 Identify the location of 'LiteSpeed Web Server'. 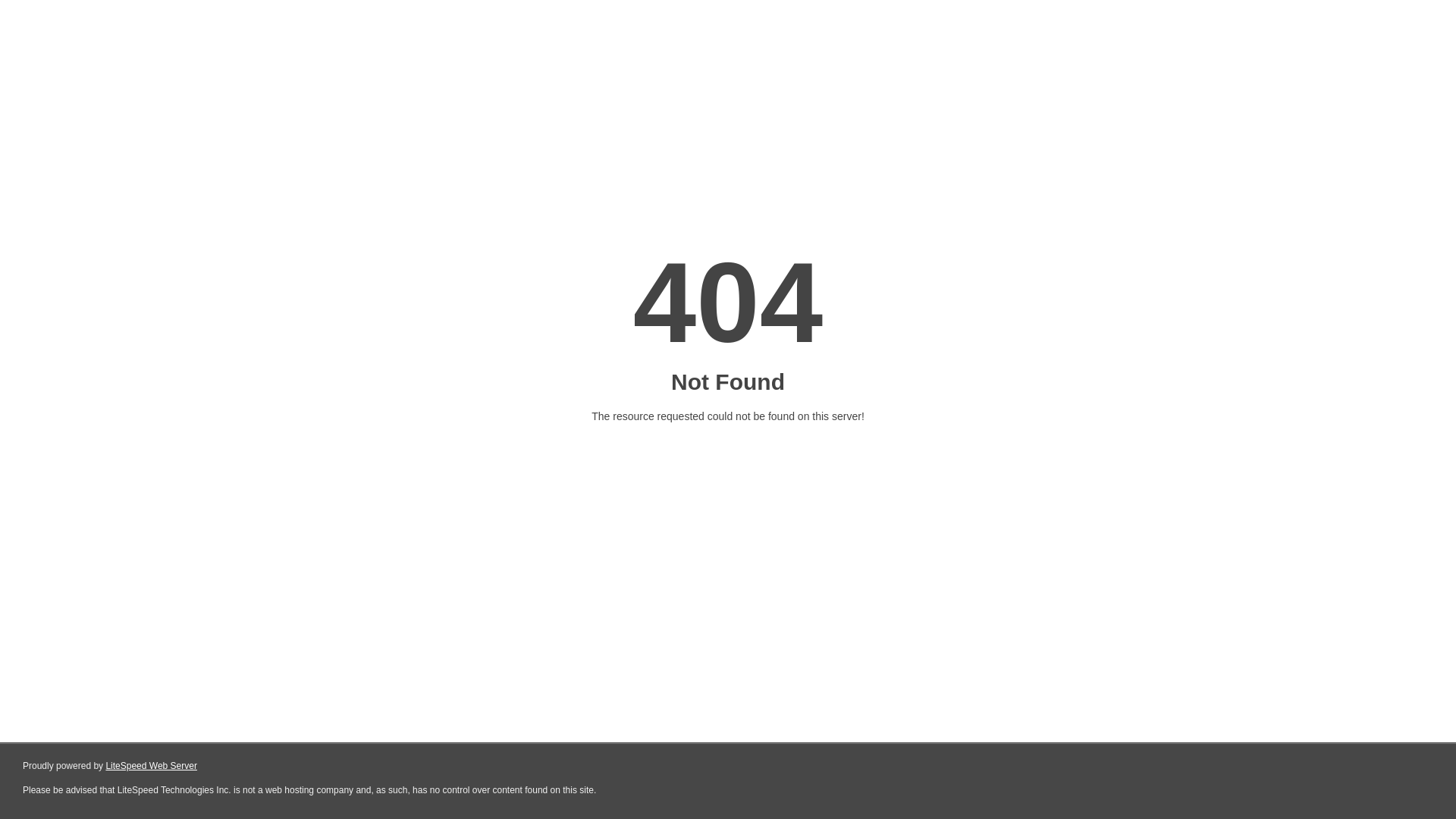
(151, 766).